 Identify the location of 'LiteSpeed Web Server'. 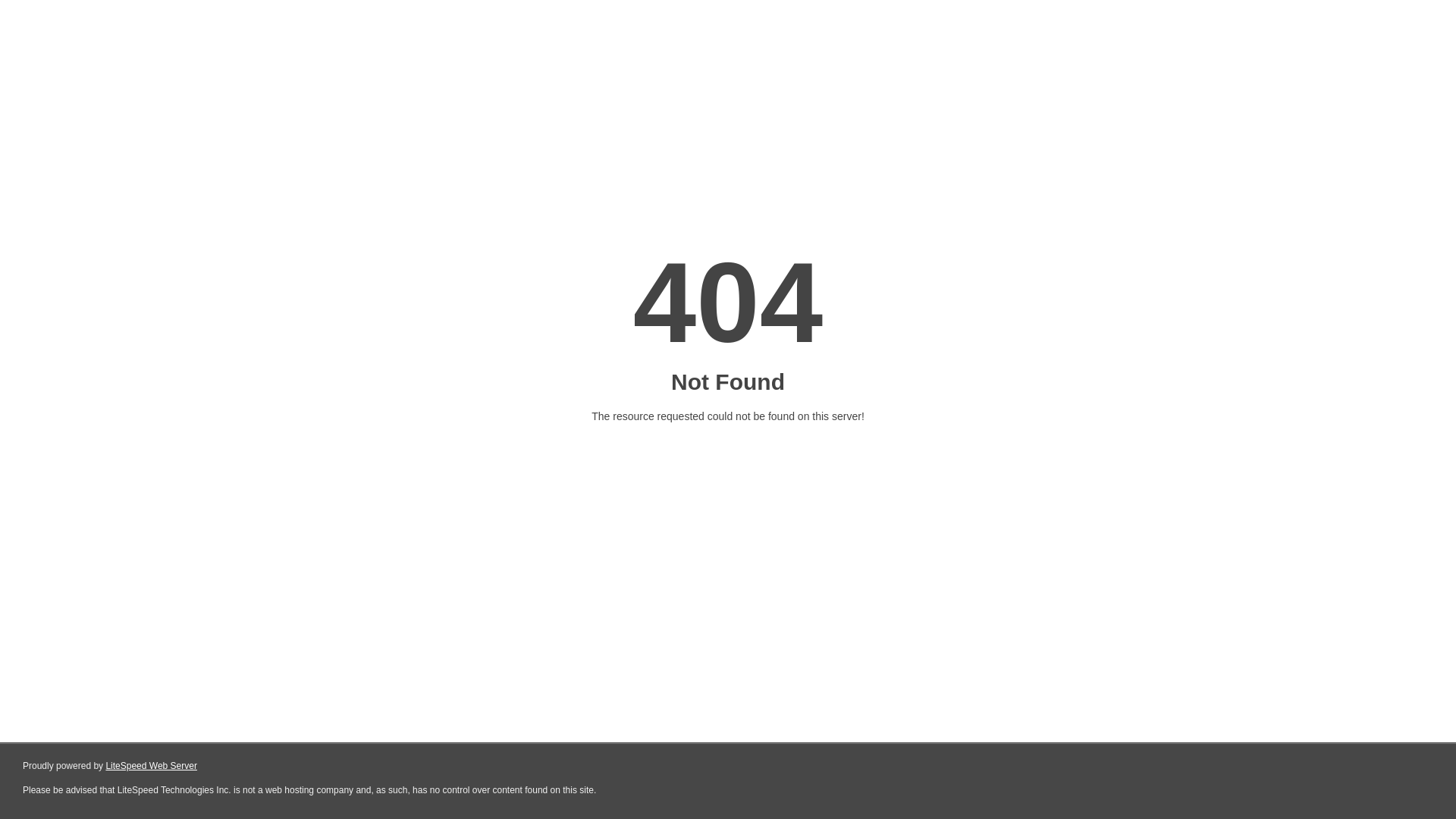
(151, 766).